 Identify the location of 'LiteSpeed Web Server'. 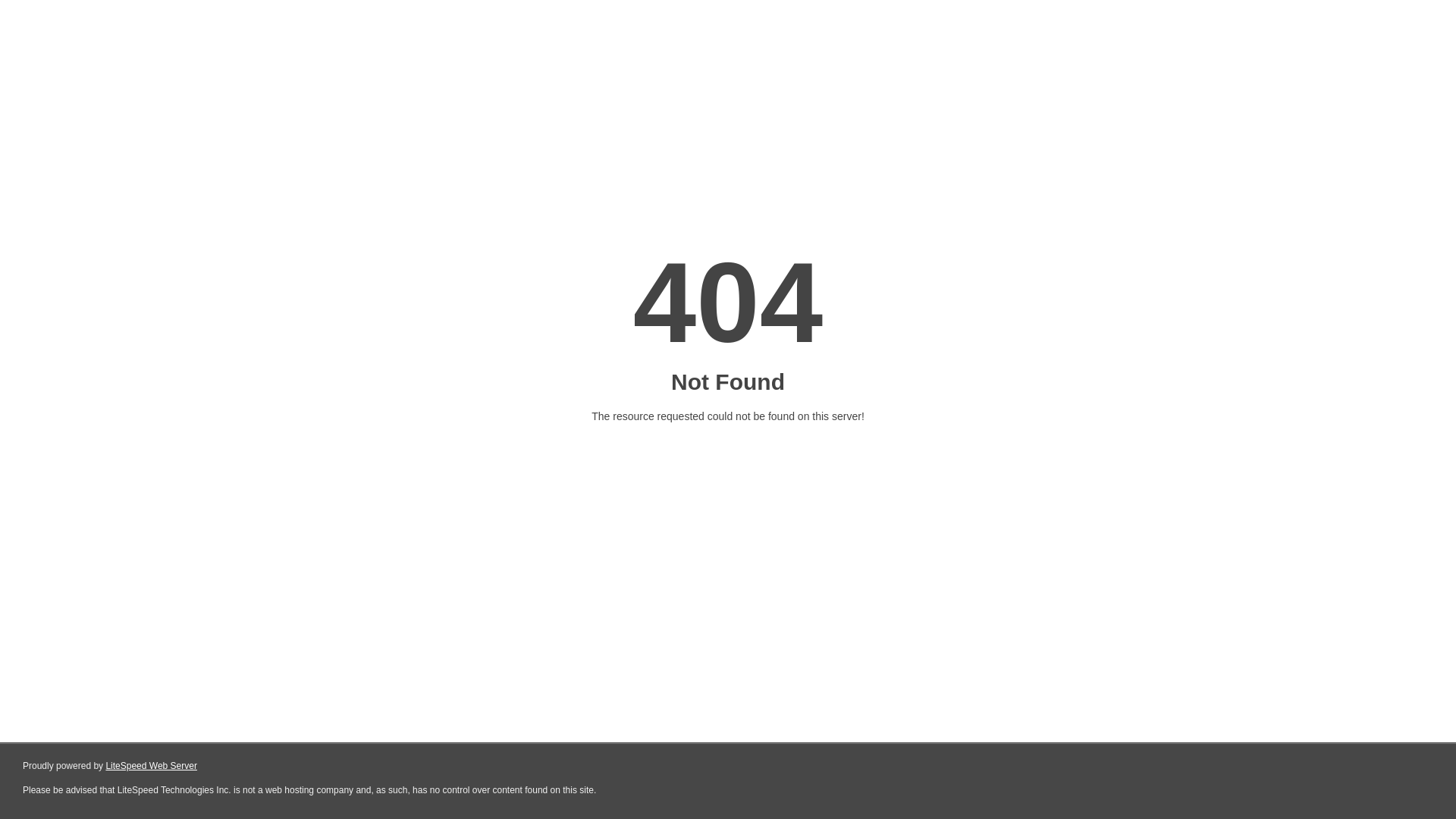
(151, 766).